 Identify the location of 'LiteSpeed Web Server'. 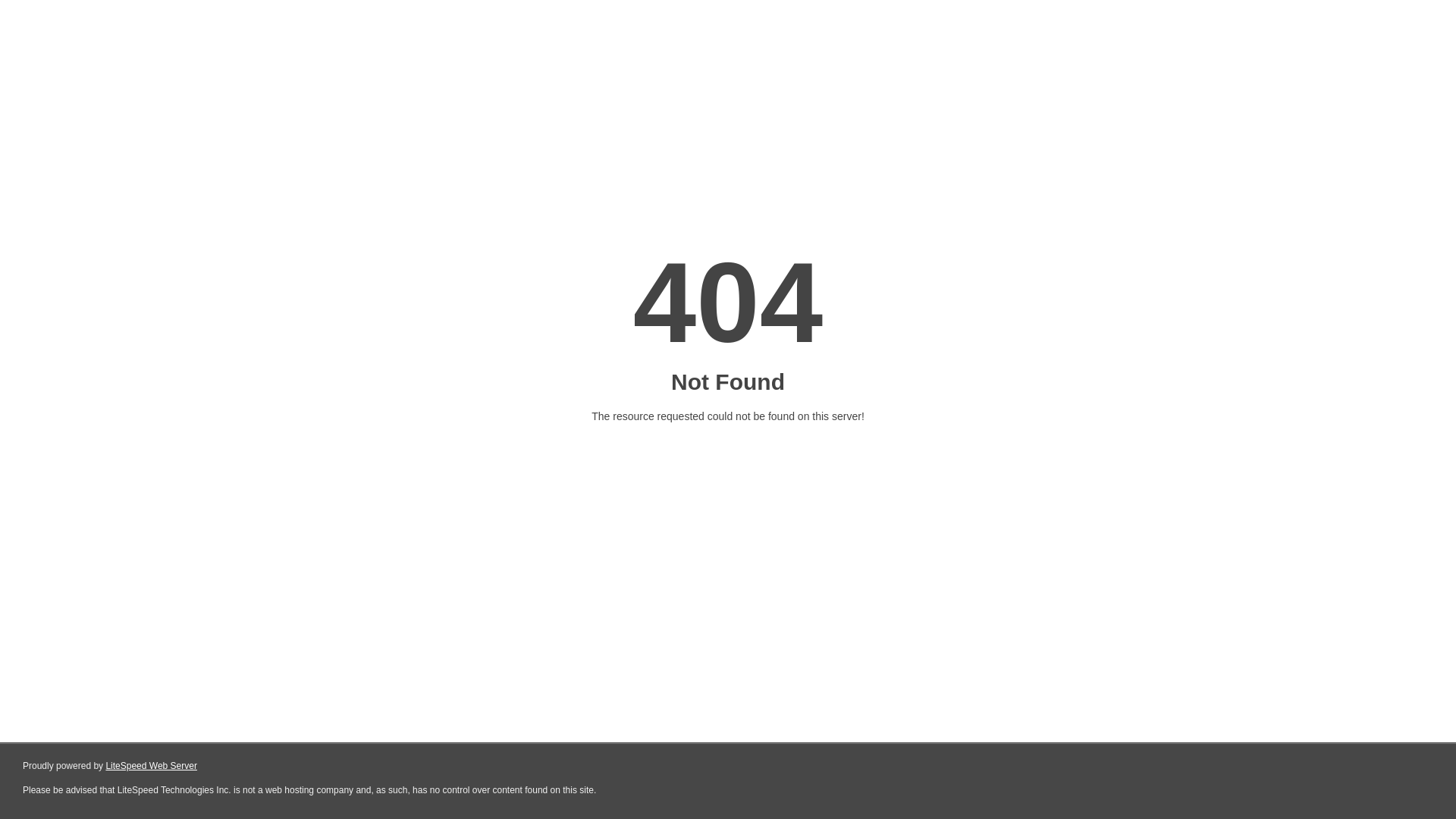
(151, 766).